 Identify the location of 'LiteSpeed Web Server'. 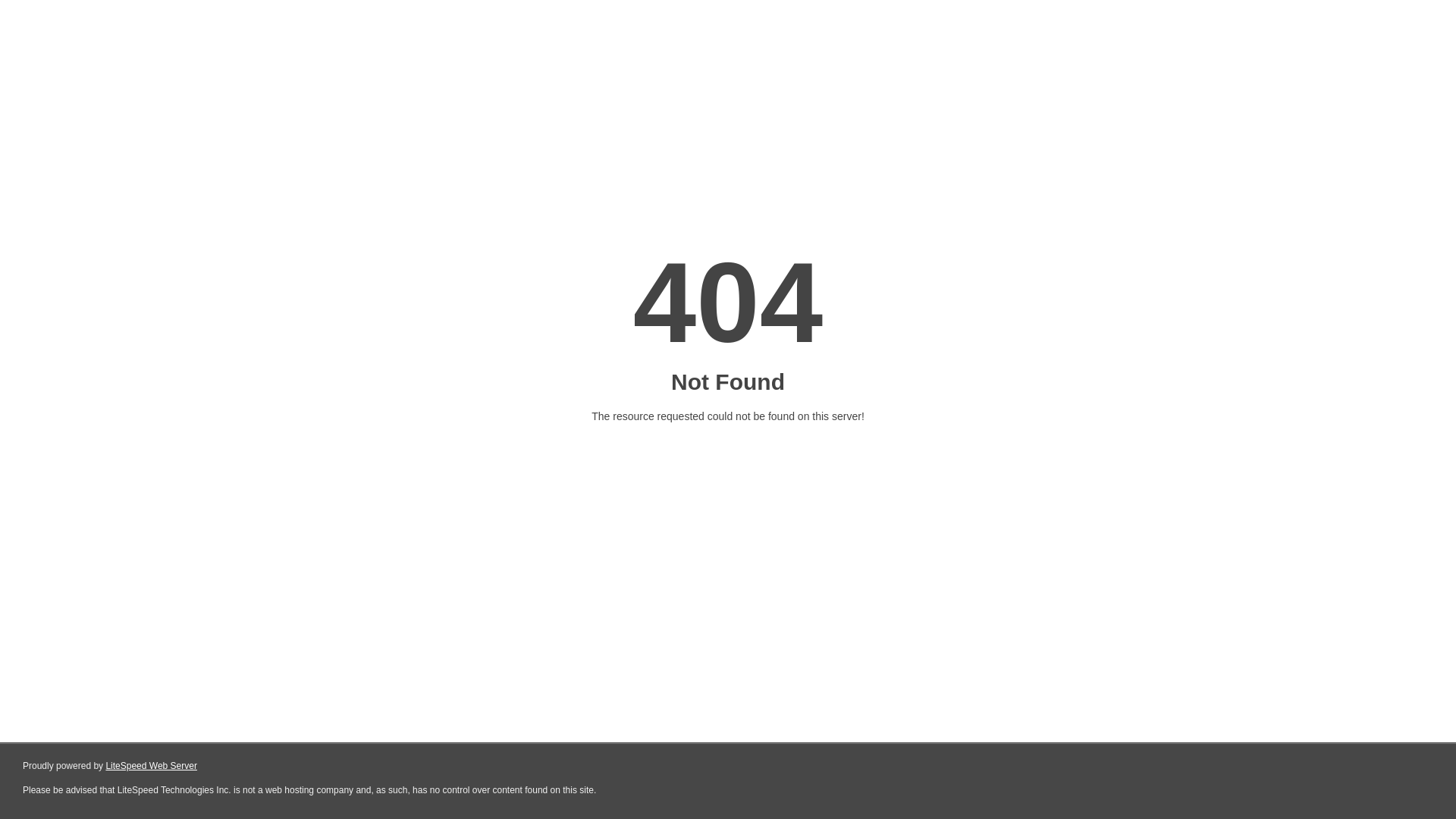
(151, 766).